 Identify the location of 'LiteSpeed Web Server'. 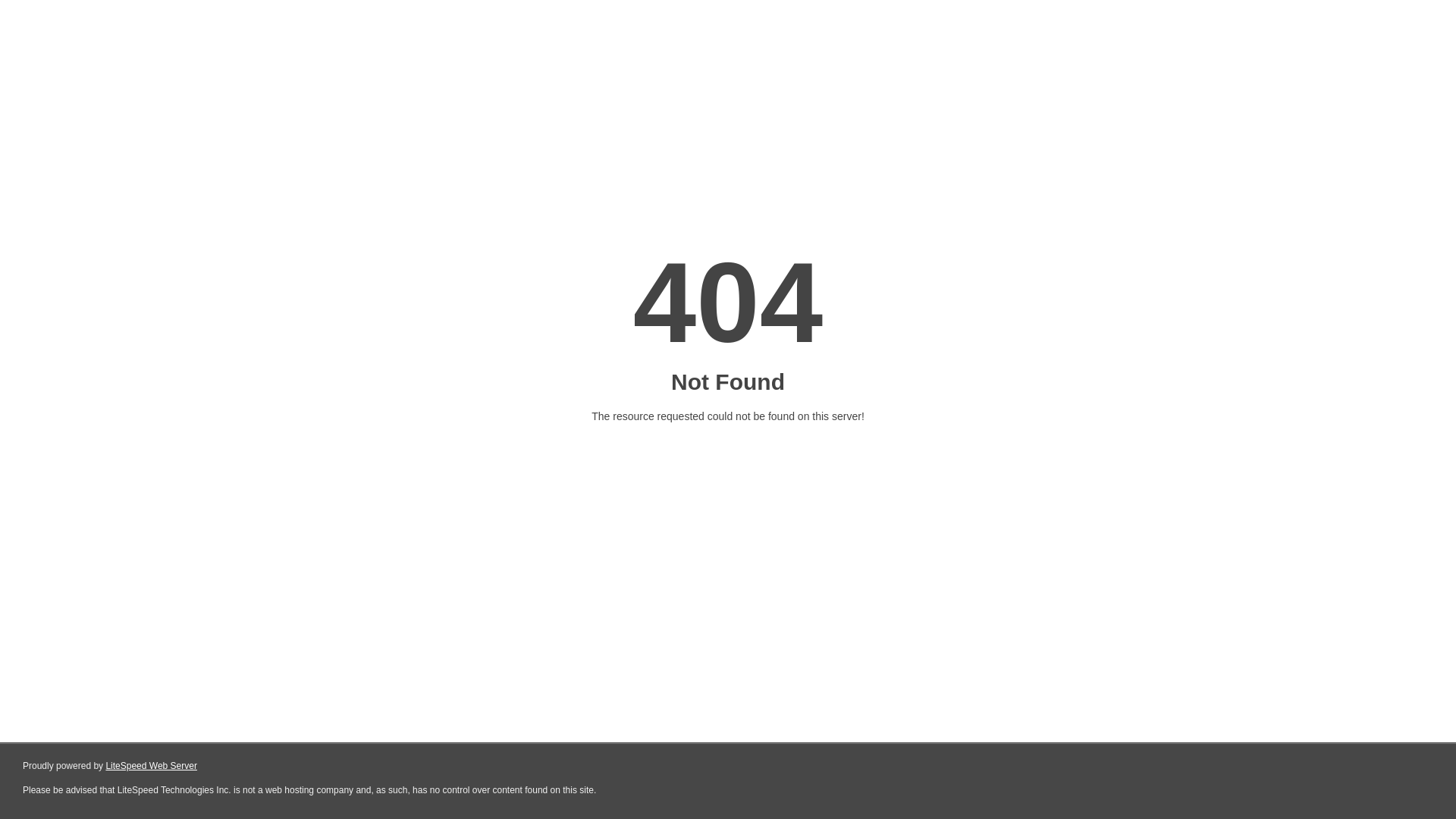
(151, 766).